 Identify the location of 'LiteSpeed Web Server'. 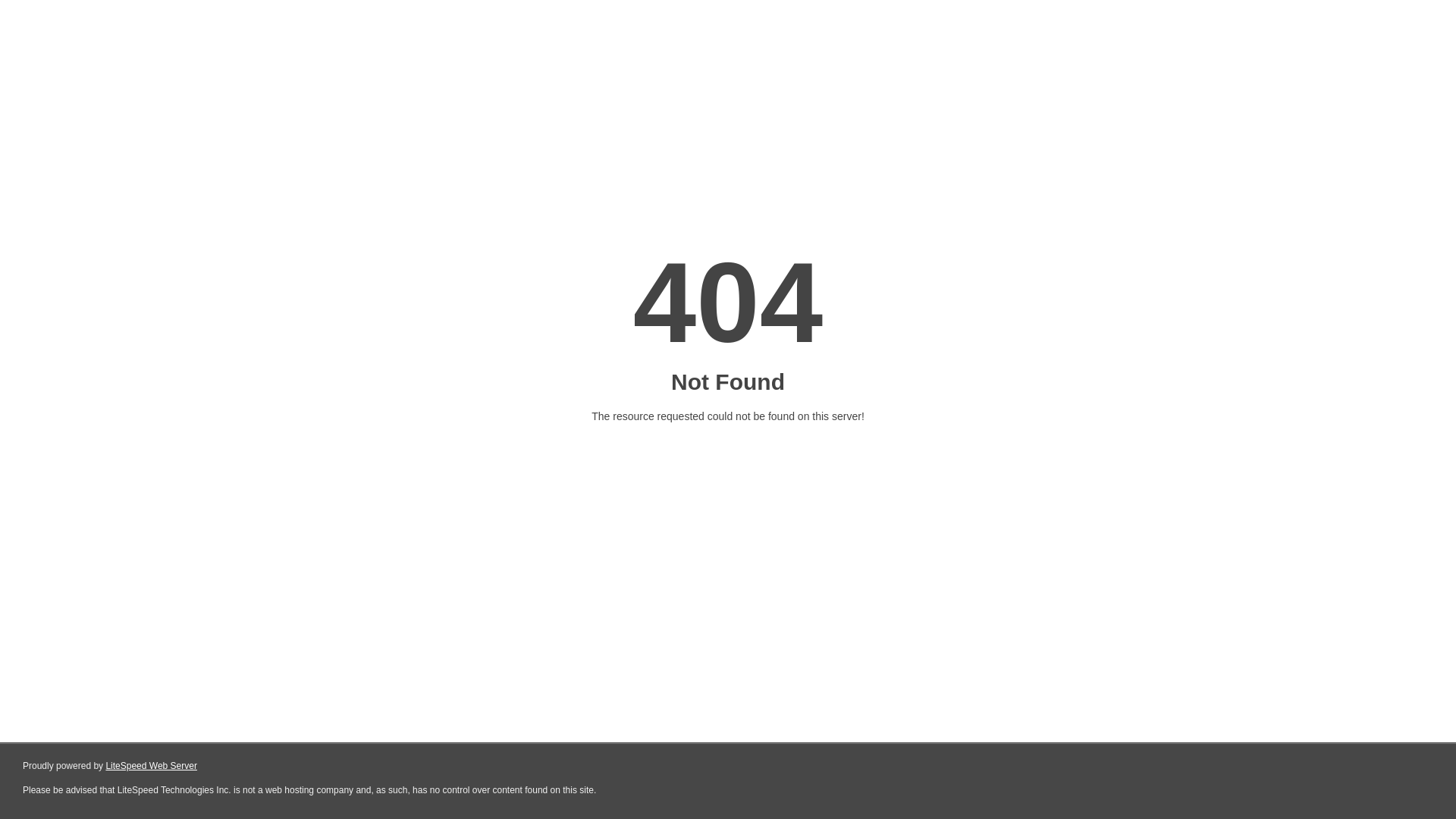
(151, 766).